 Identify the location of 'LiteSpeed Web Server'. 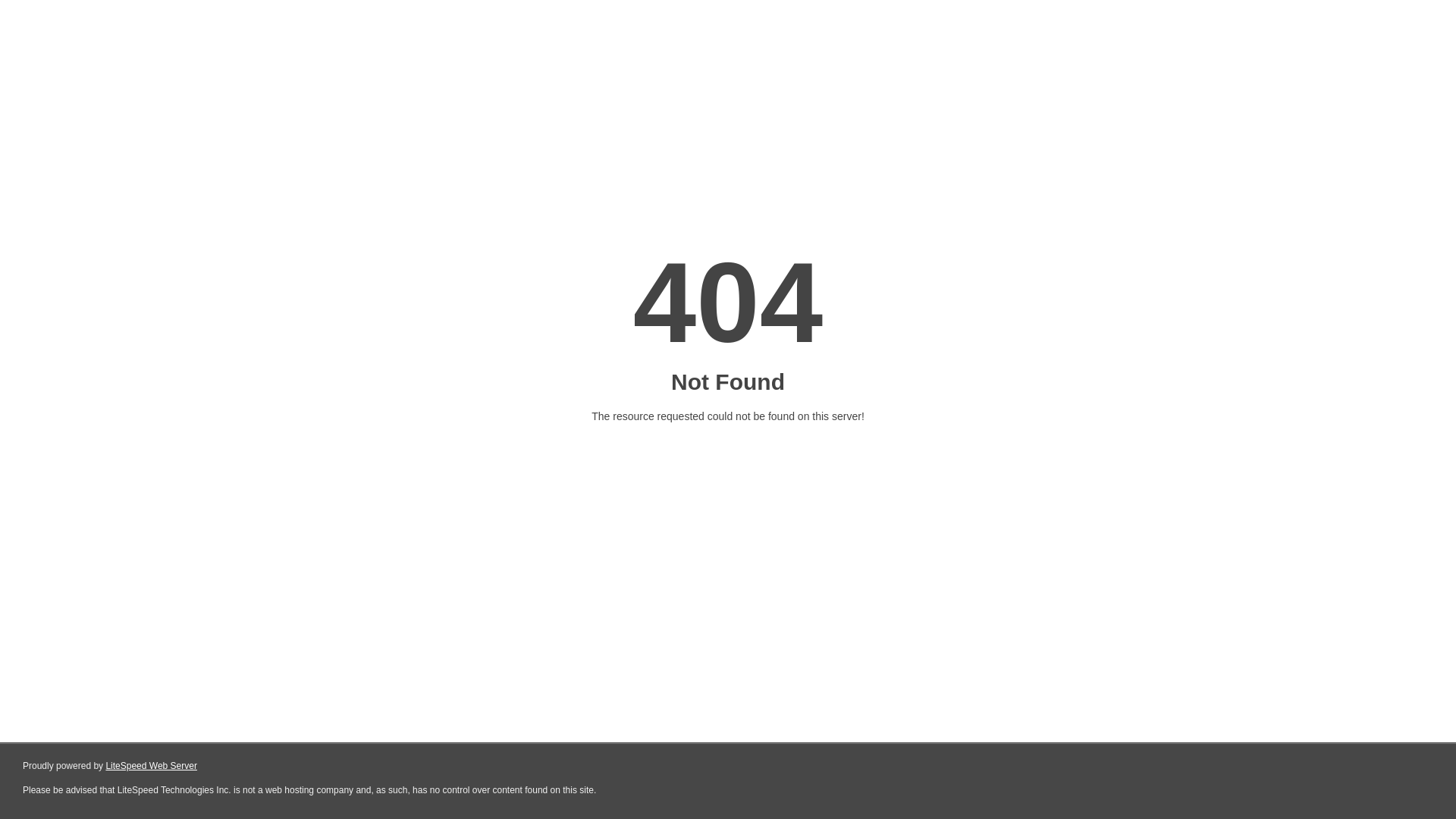
(151, 766).